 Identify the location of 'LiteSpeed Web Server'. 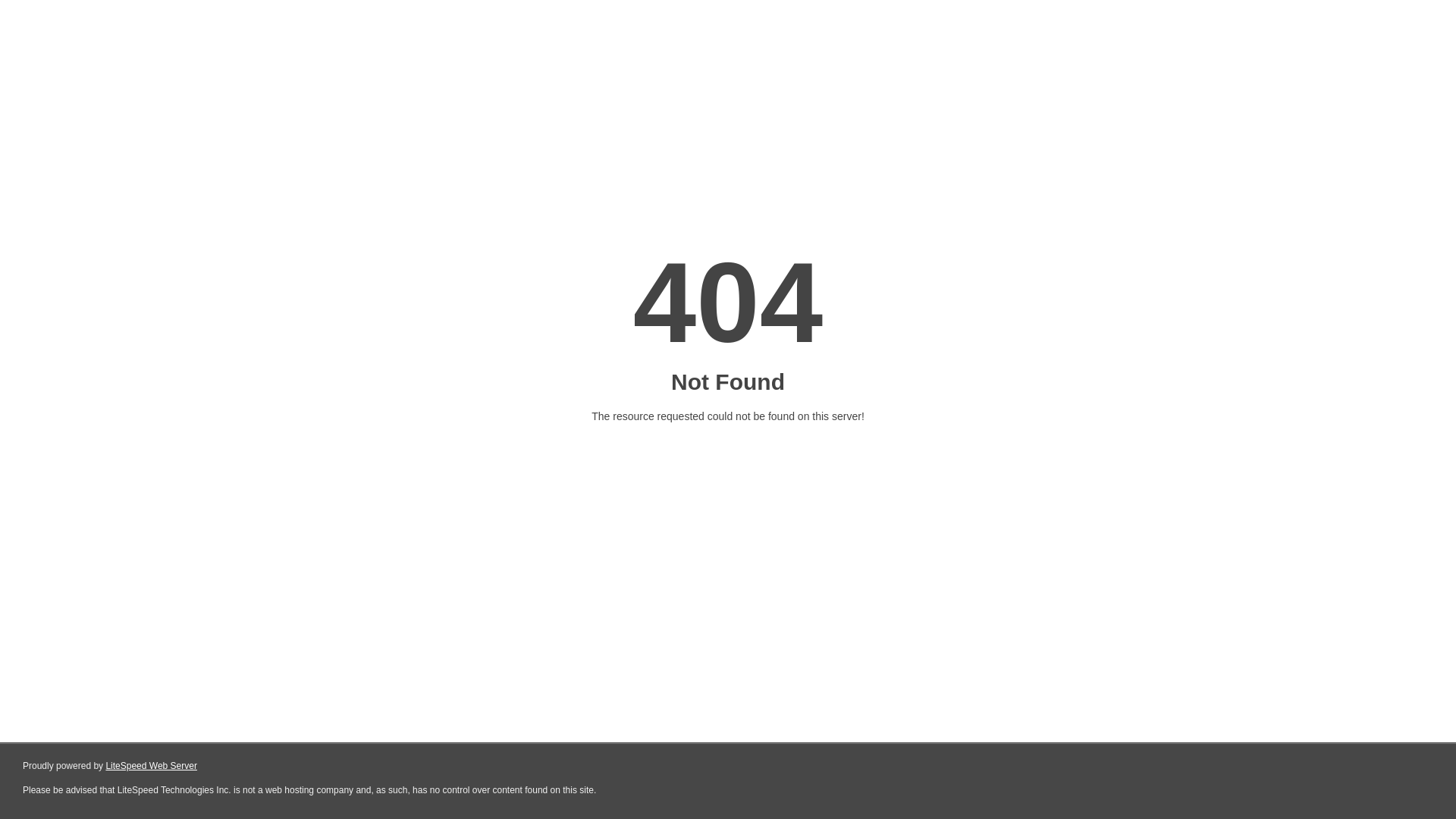
(151, 766).